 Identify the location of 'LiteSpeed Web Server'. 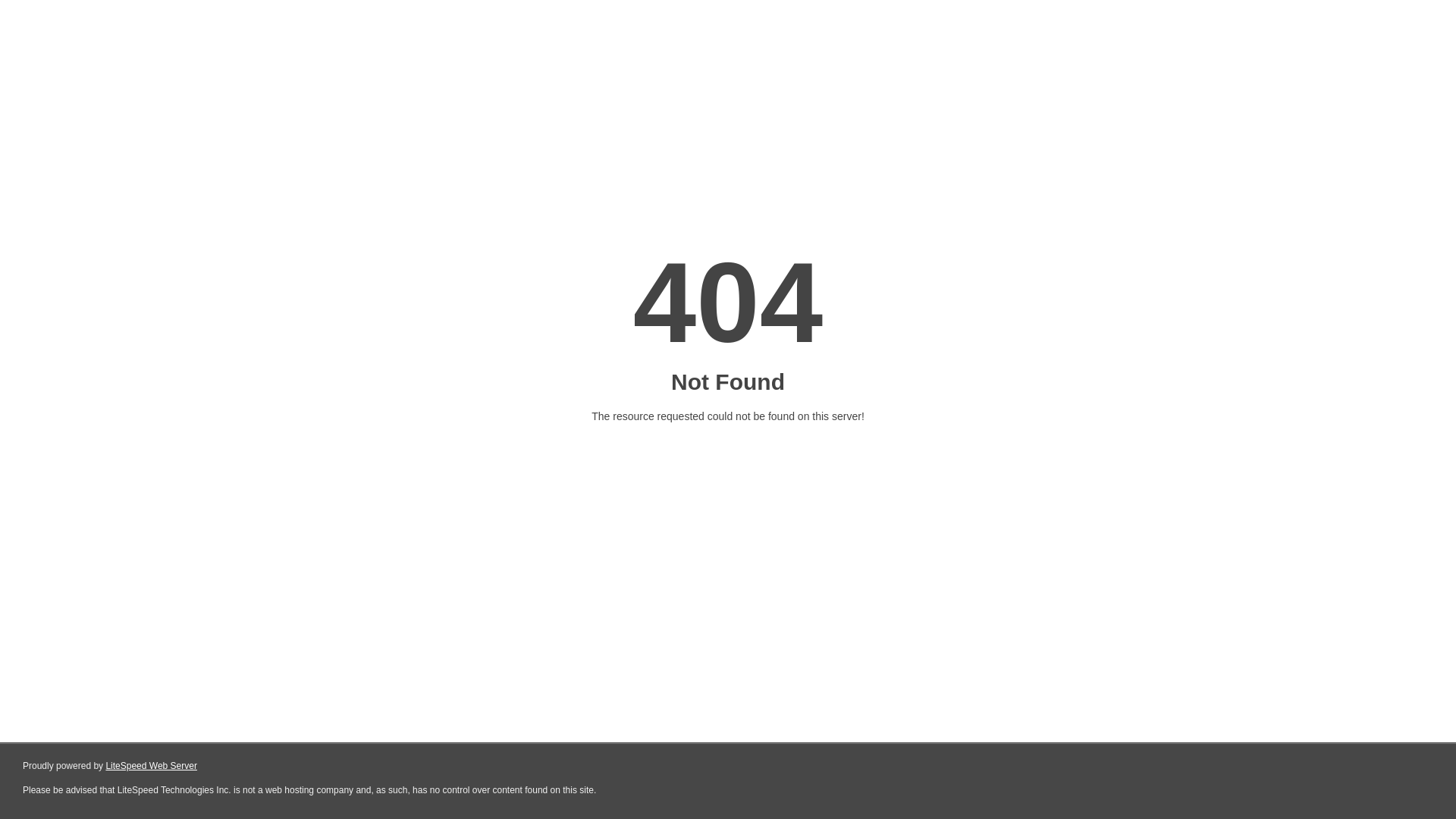
(151, 766).